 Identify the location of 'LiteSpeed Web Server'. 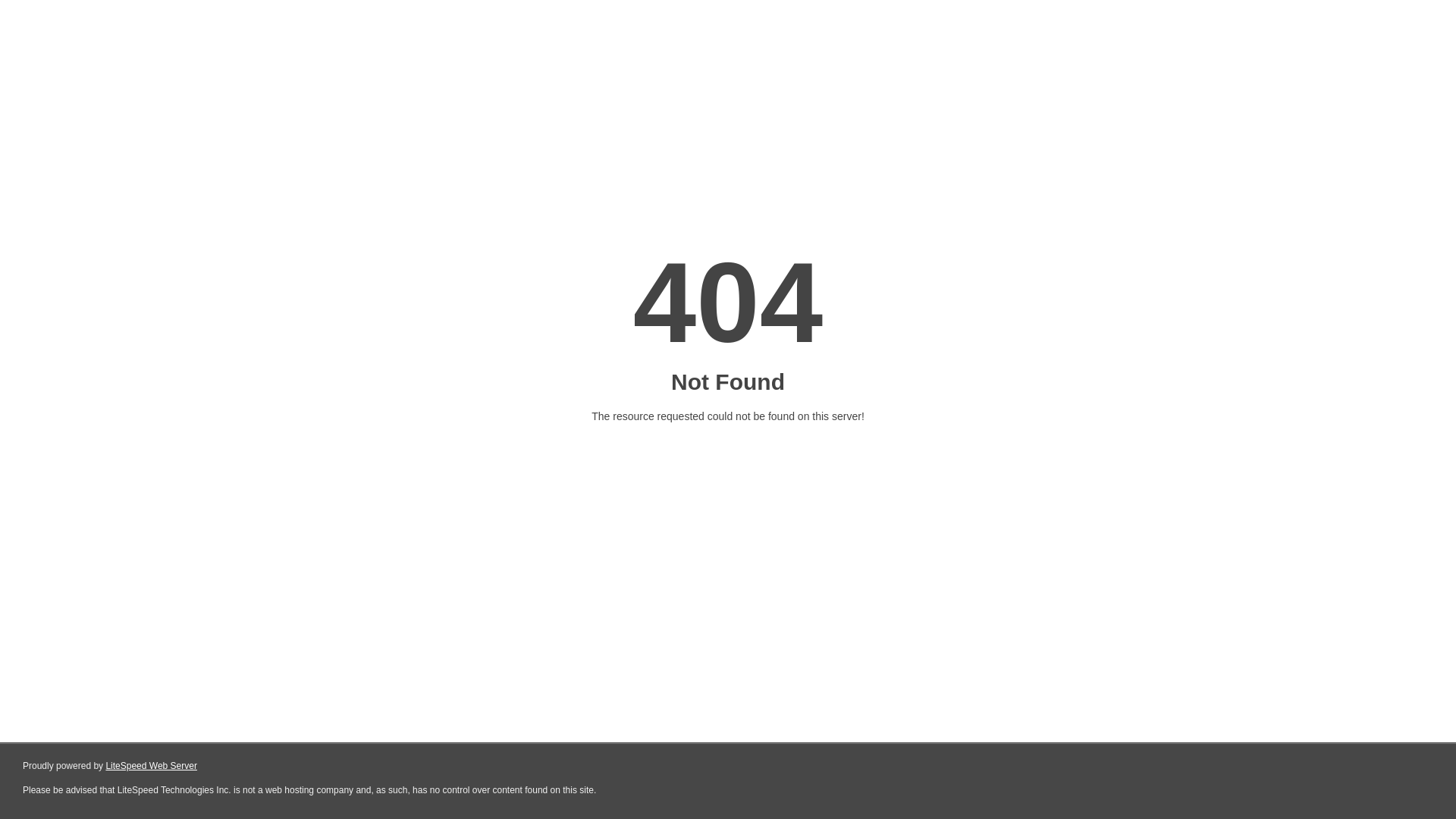
(151, 766).